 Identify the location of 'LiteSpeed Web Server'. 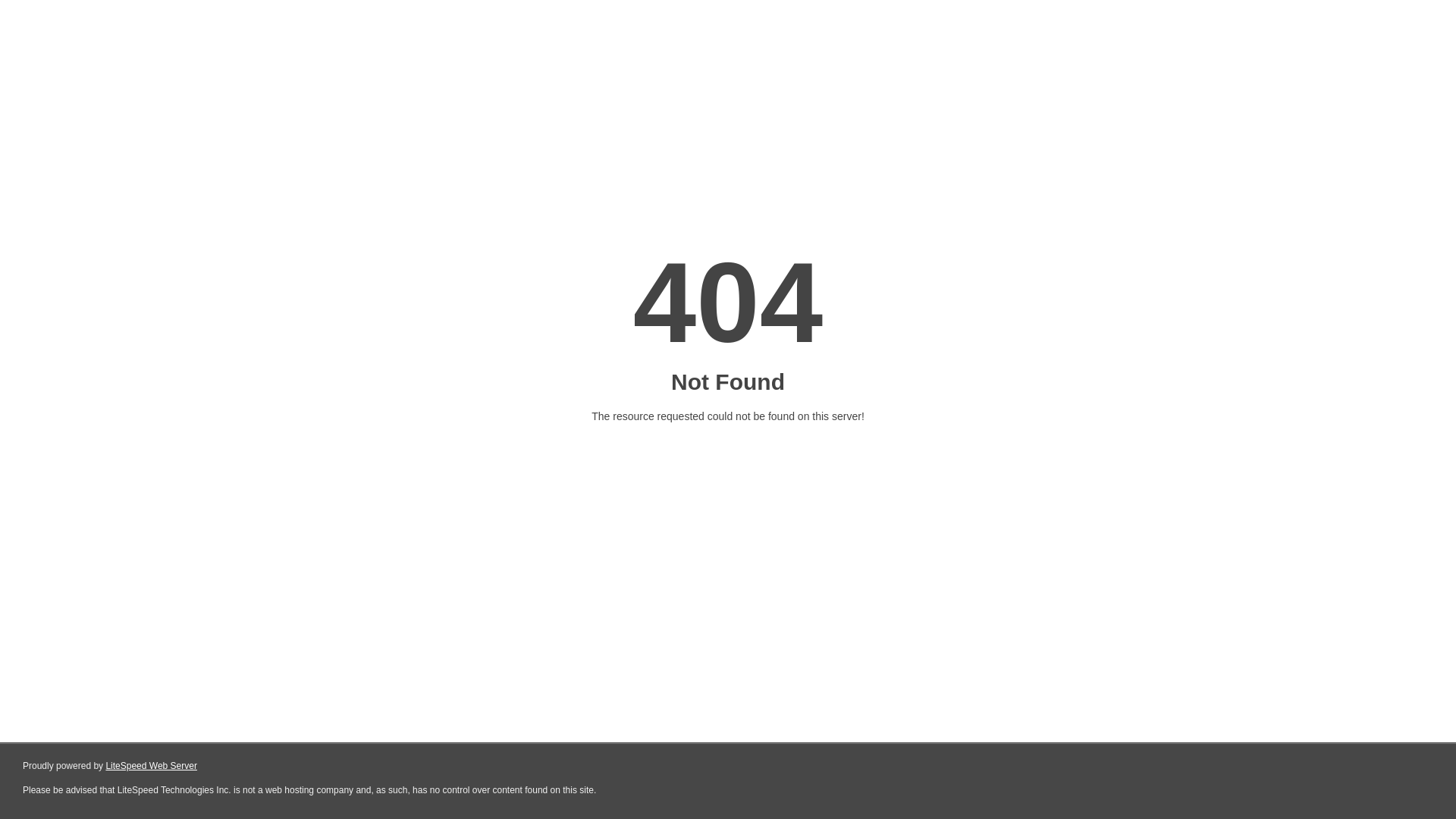
(151, 766).